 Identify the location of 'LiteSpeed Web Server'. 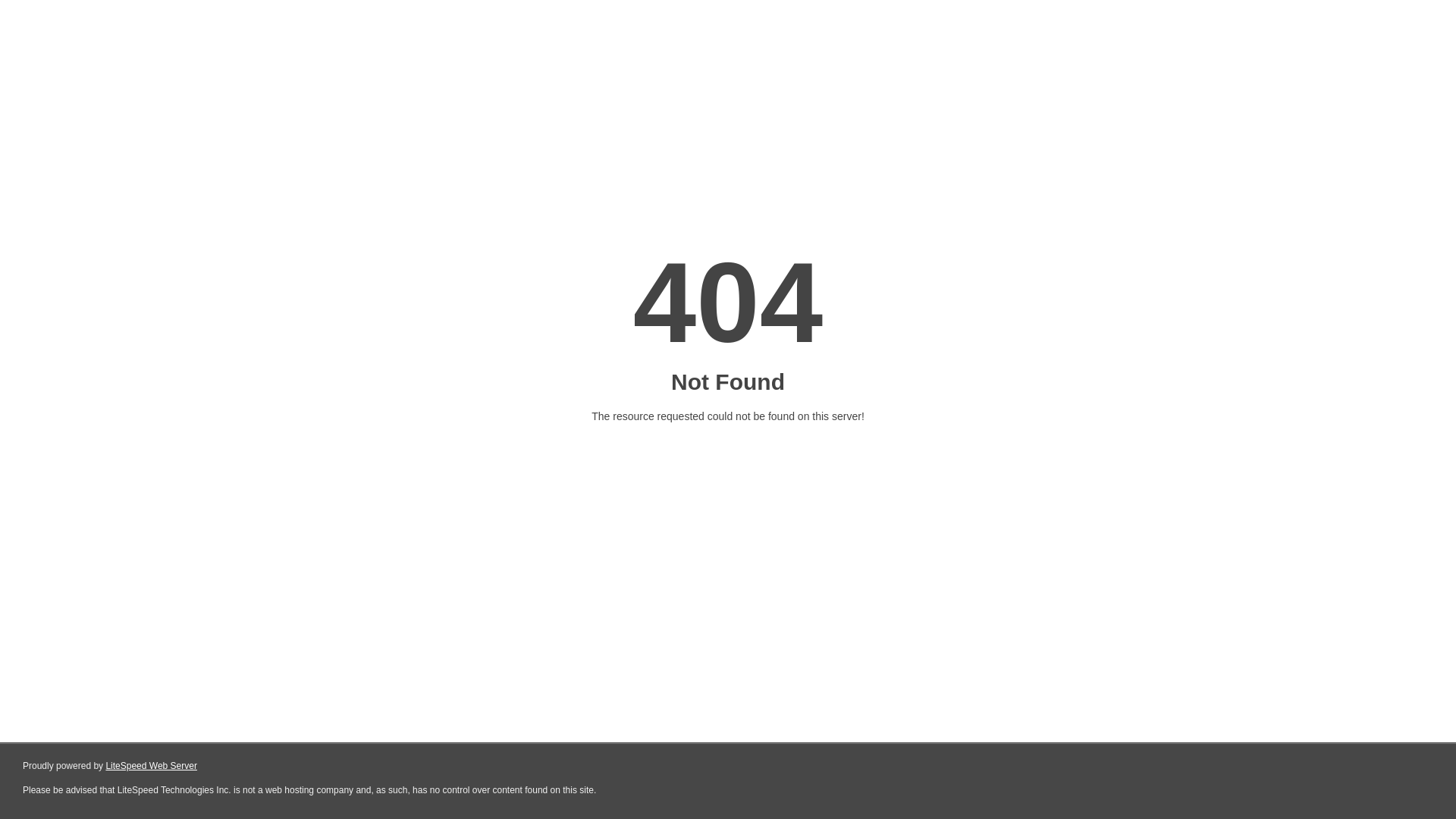
(151, 766).